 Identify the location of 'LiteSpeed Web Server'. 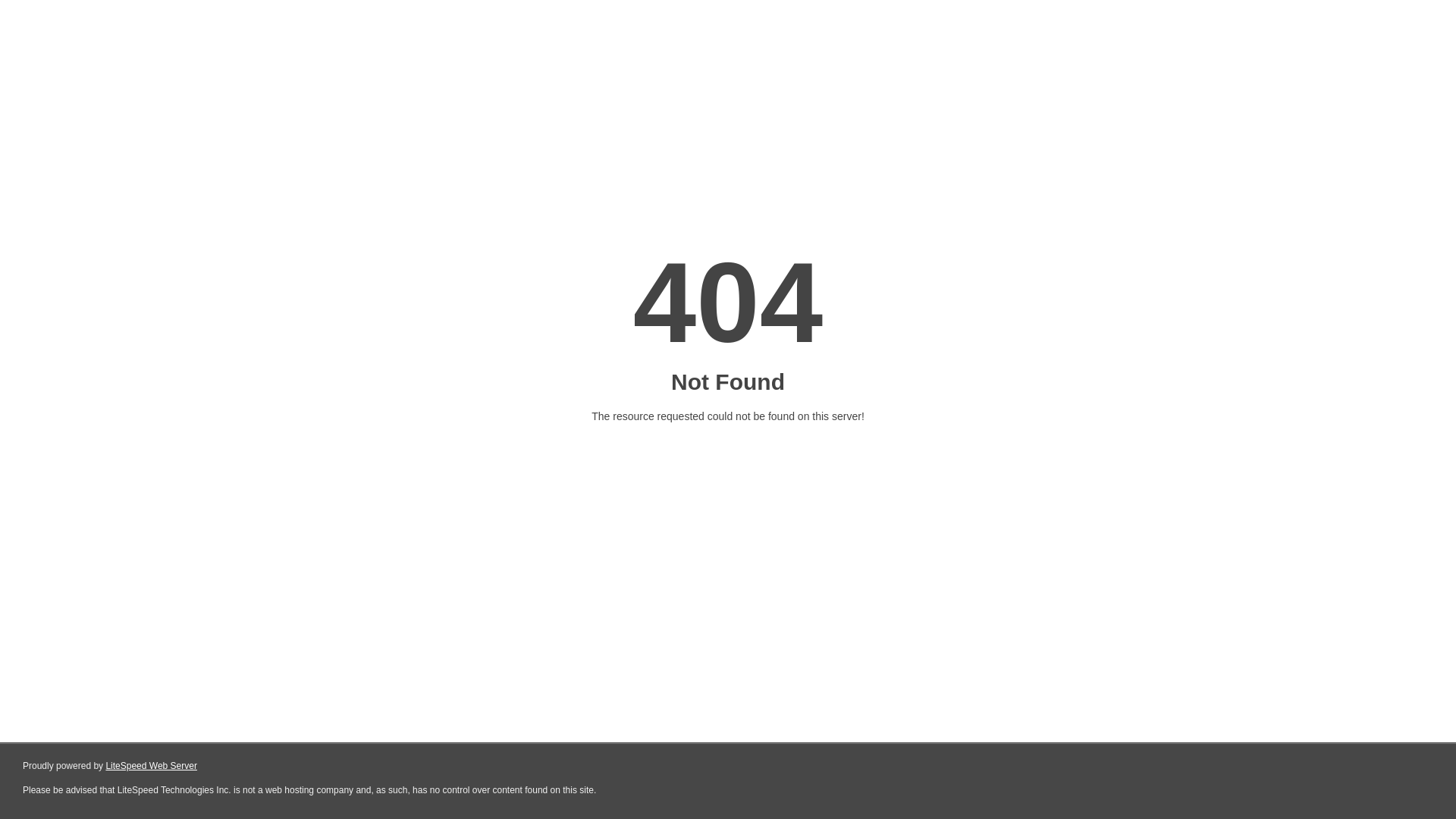
(151, 766).